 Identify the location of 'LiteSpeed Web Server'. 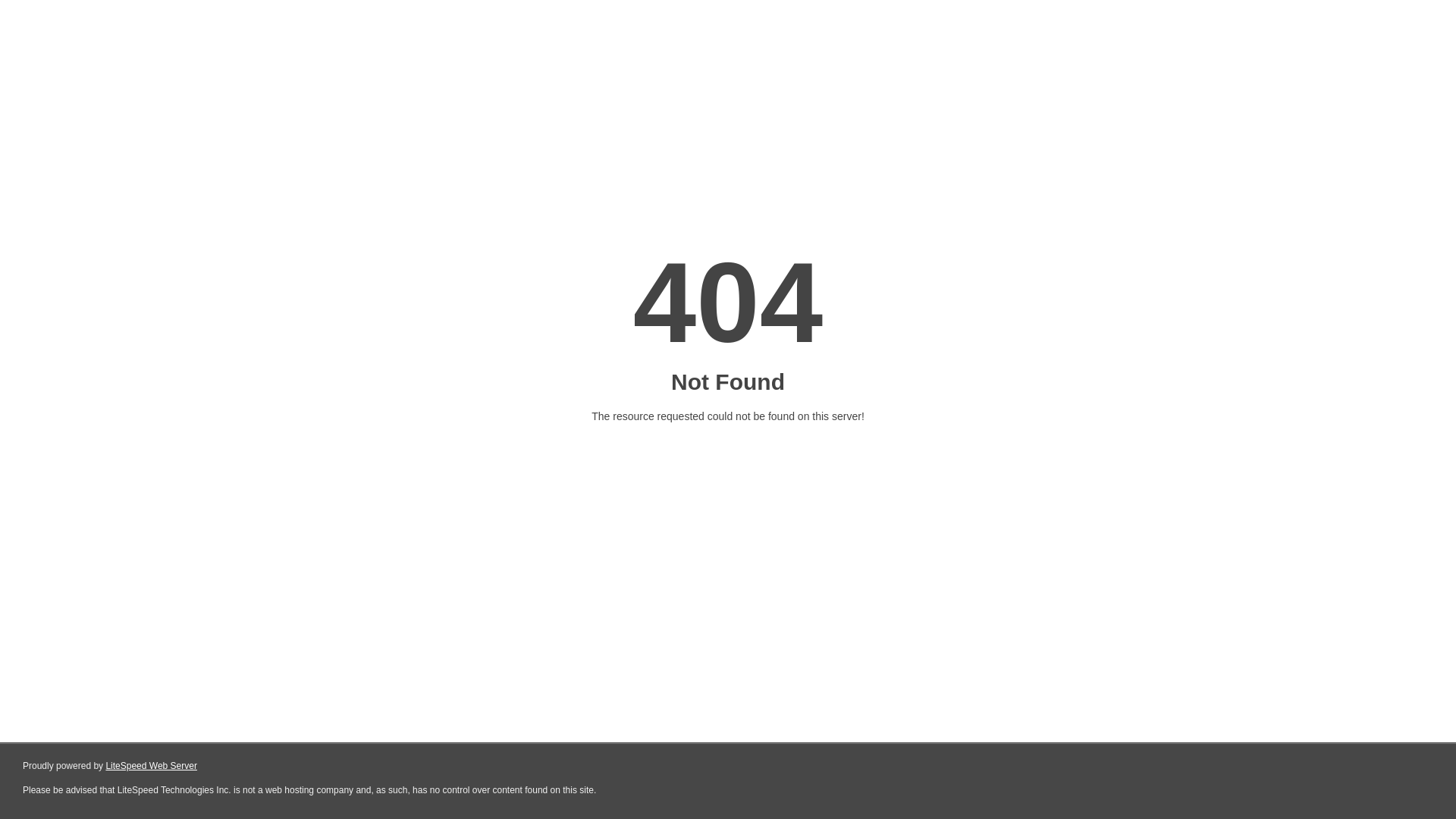
(151, 766).